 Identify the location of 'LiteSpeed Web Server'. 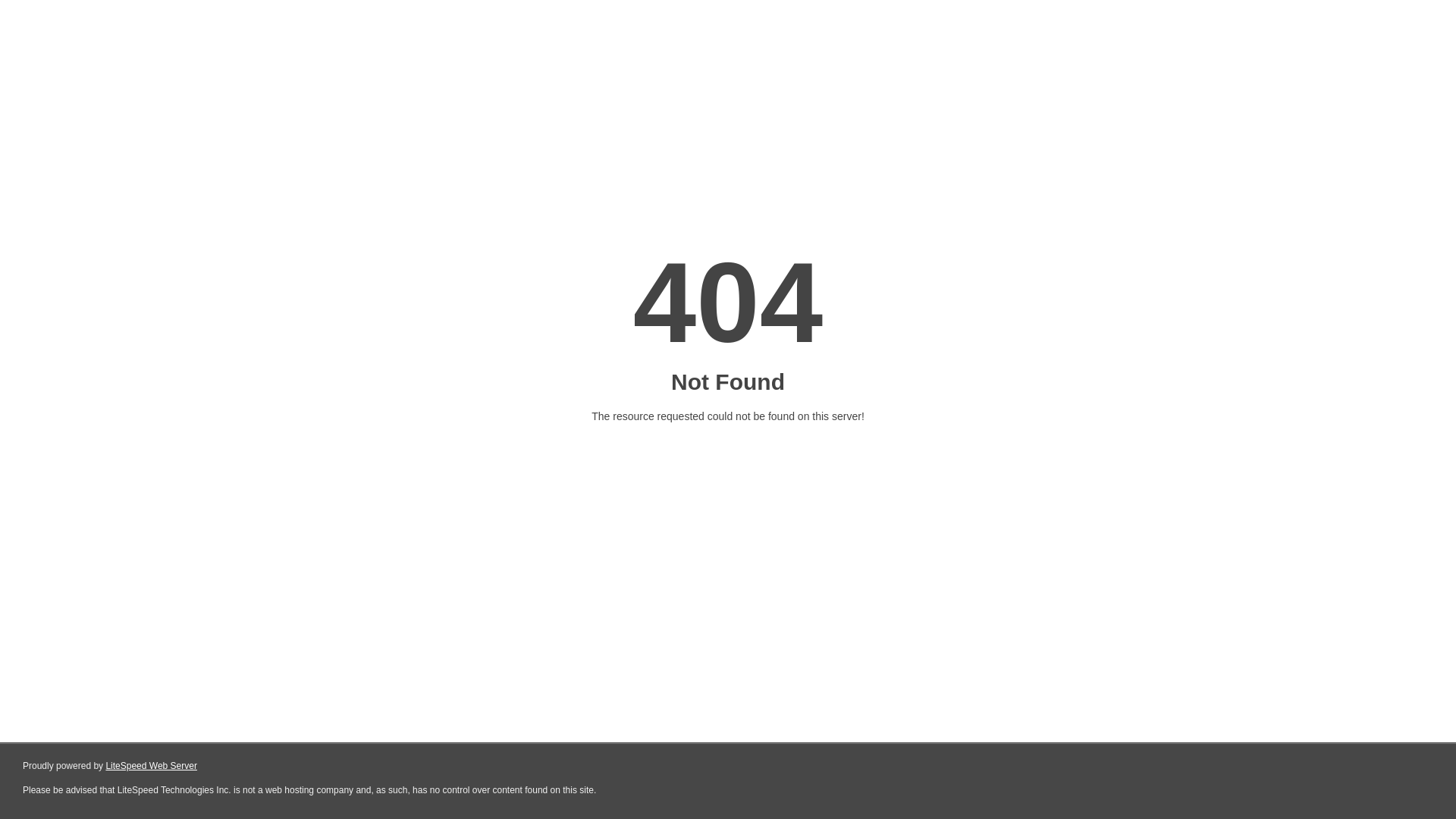
(151, 766).